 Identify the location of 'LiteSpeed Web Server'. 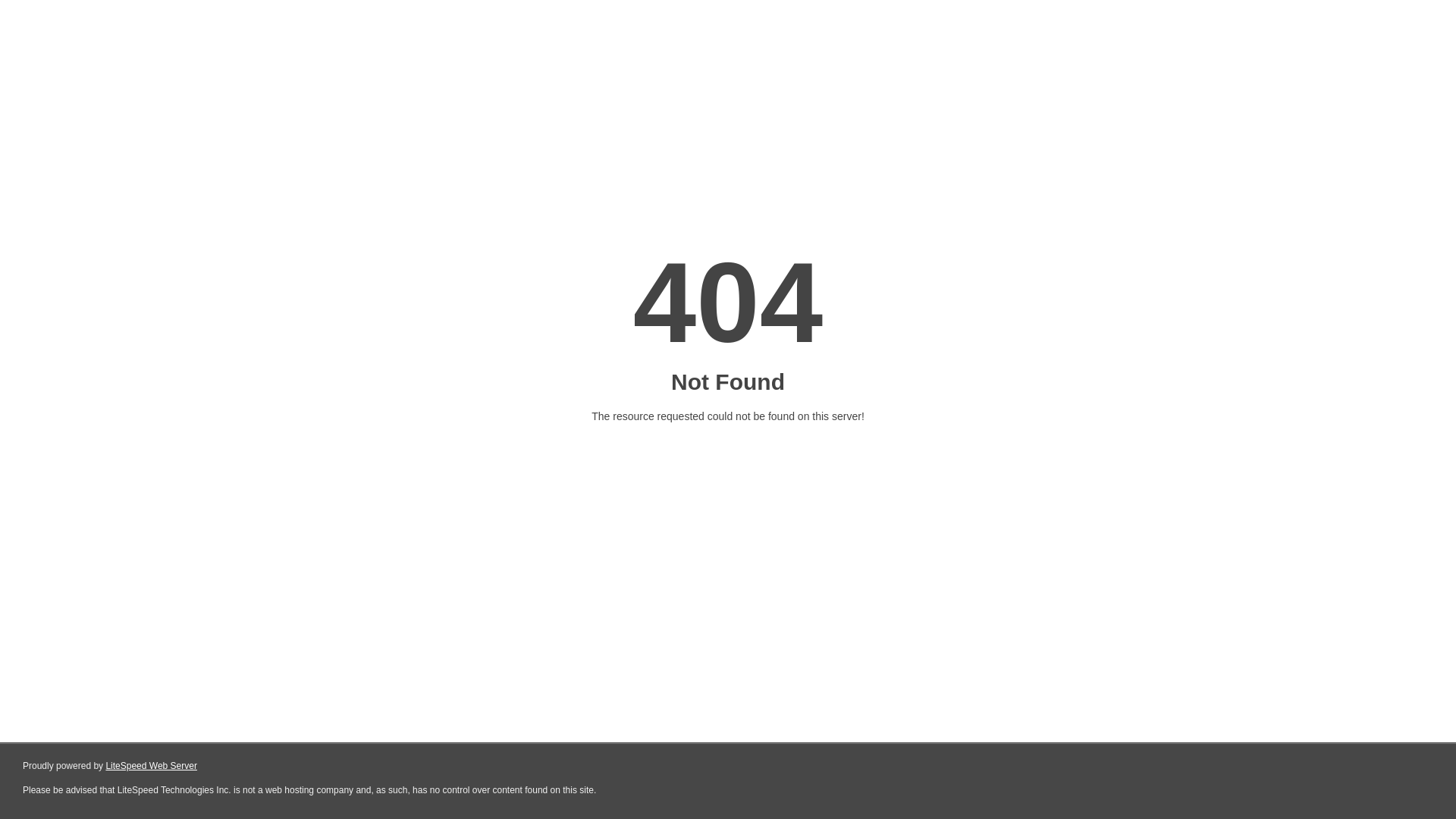
(151, 766).